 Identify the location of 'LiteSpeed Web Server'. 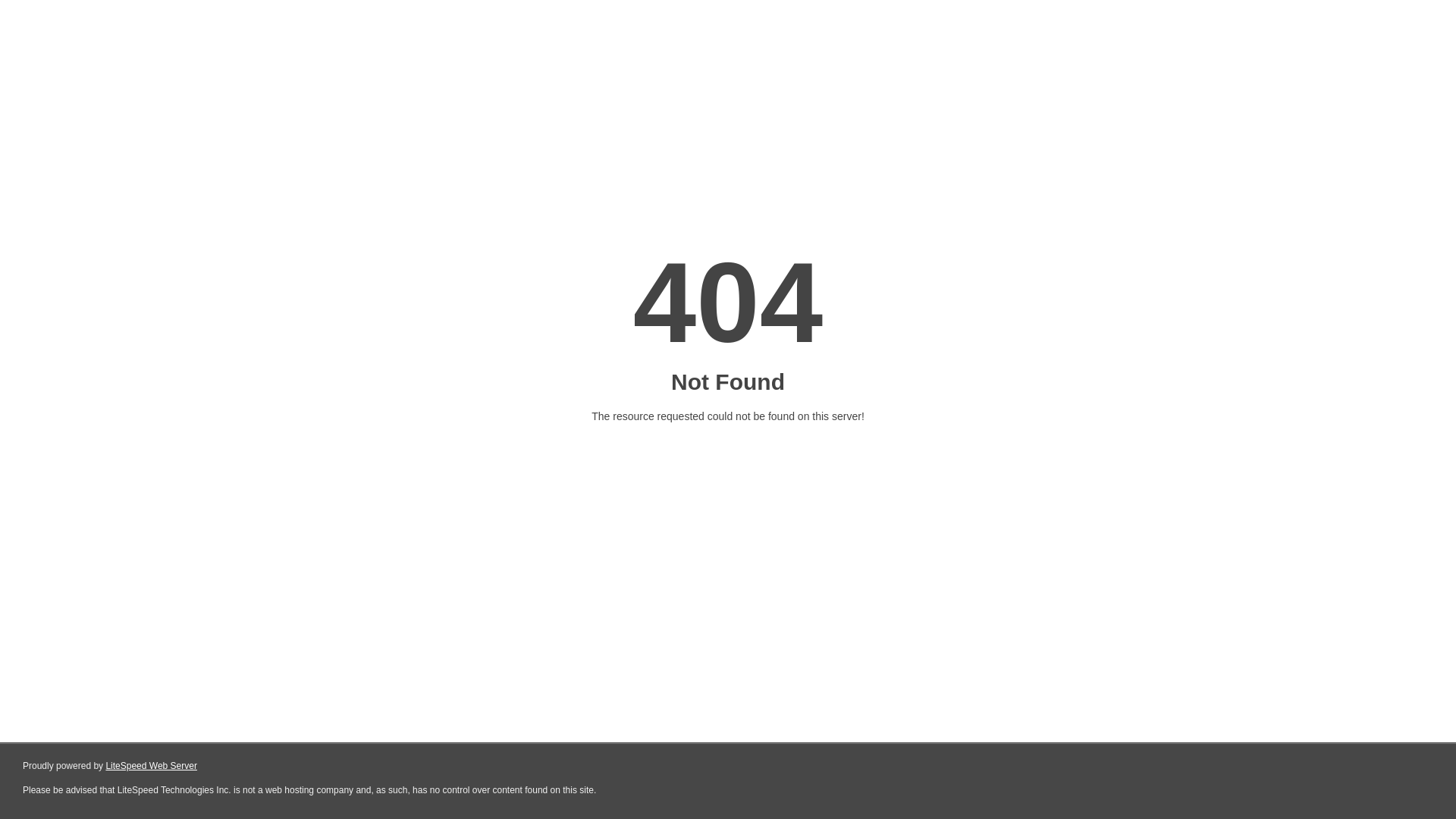
(151, 766).